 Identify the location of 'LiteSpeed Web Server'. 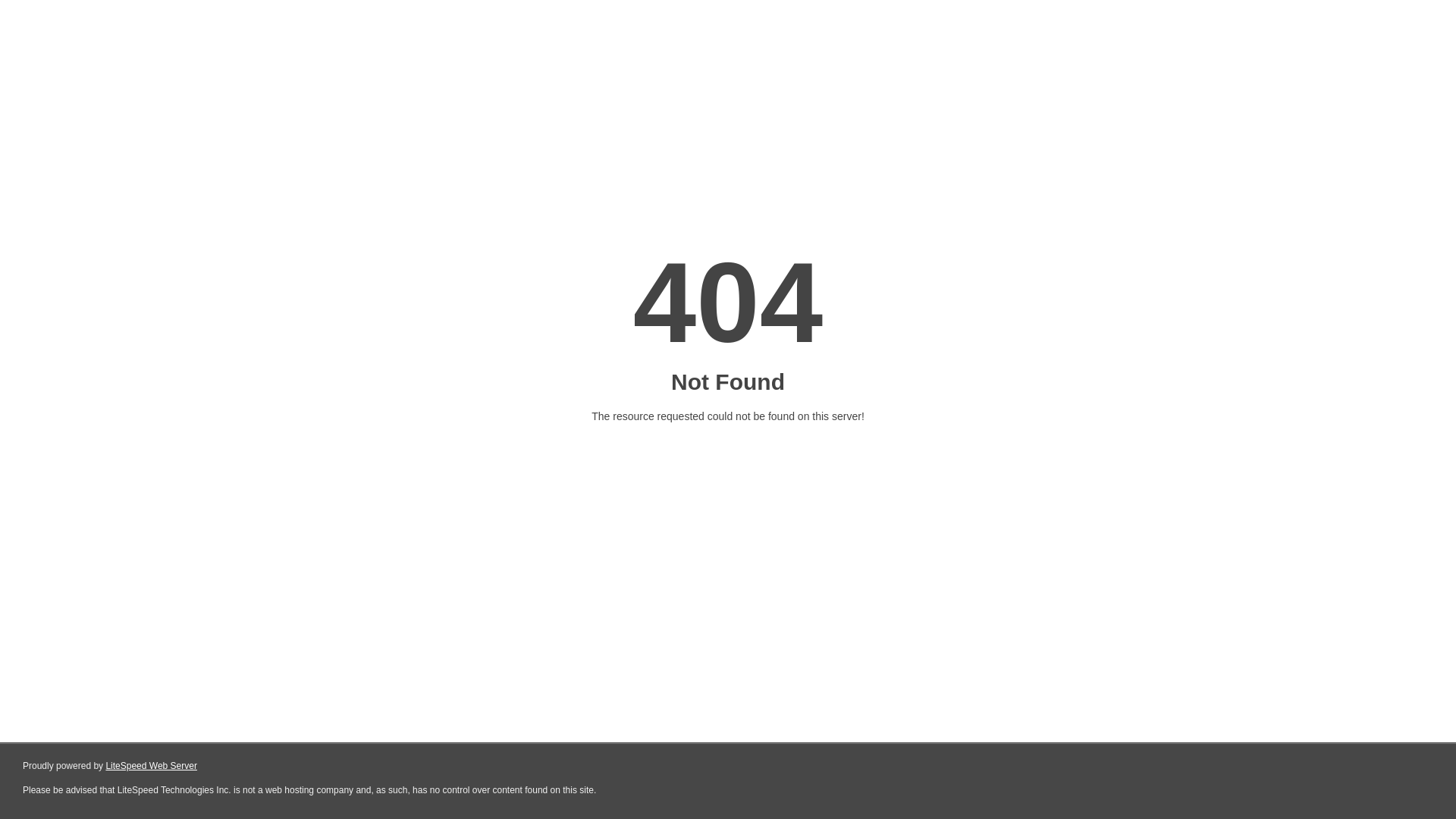
(151, 766).